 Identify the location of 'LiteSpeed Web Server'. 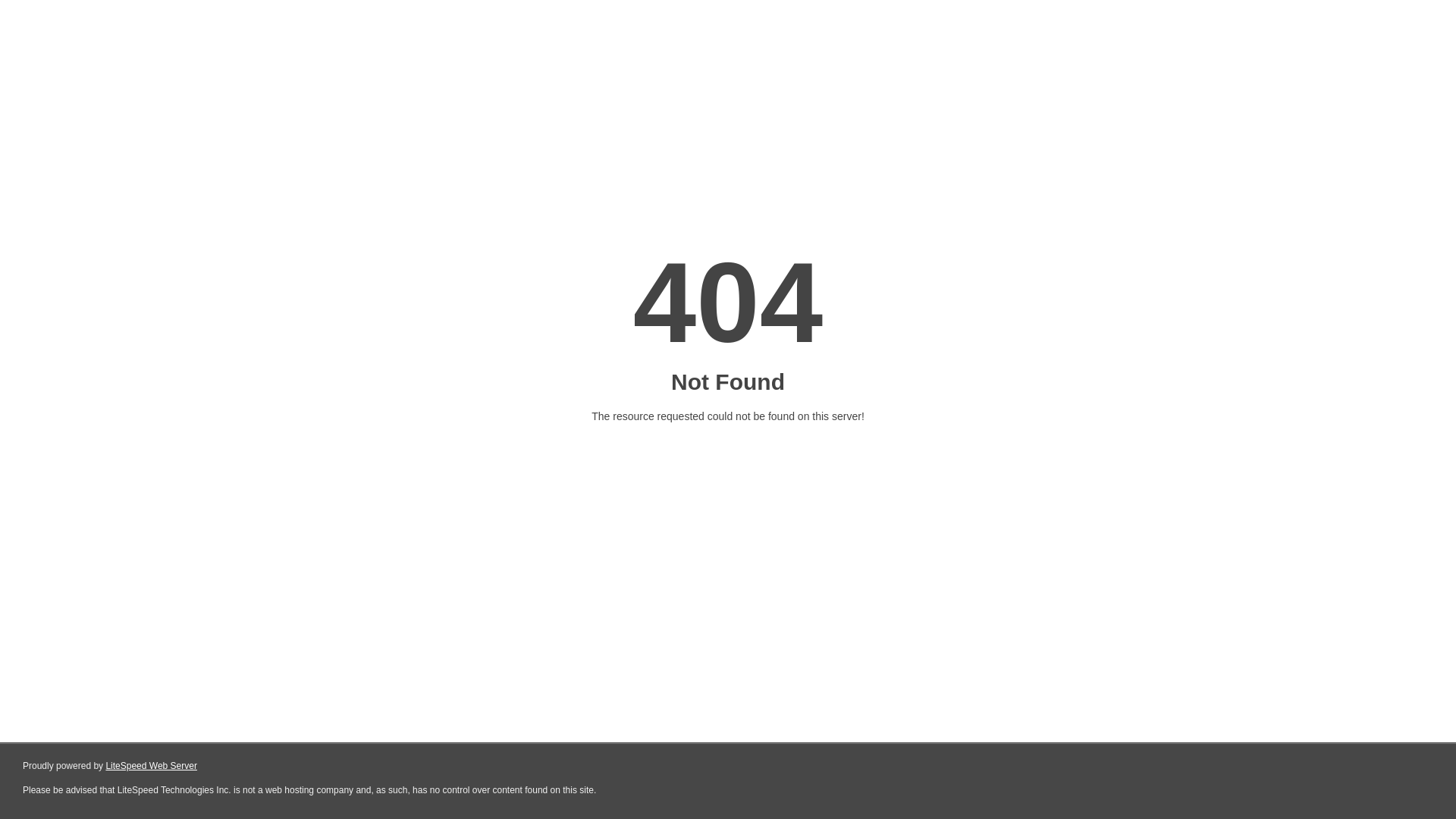
(151, 766).